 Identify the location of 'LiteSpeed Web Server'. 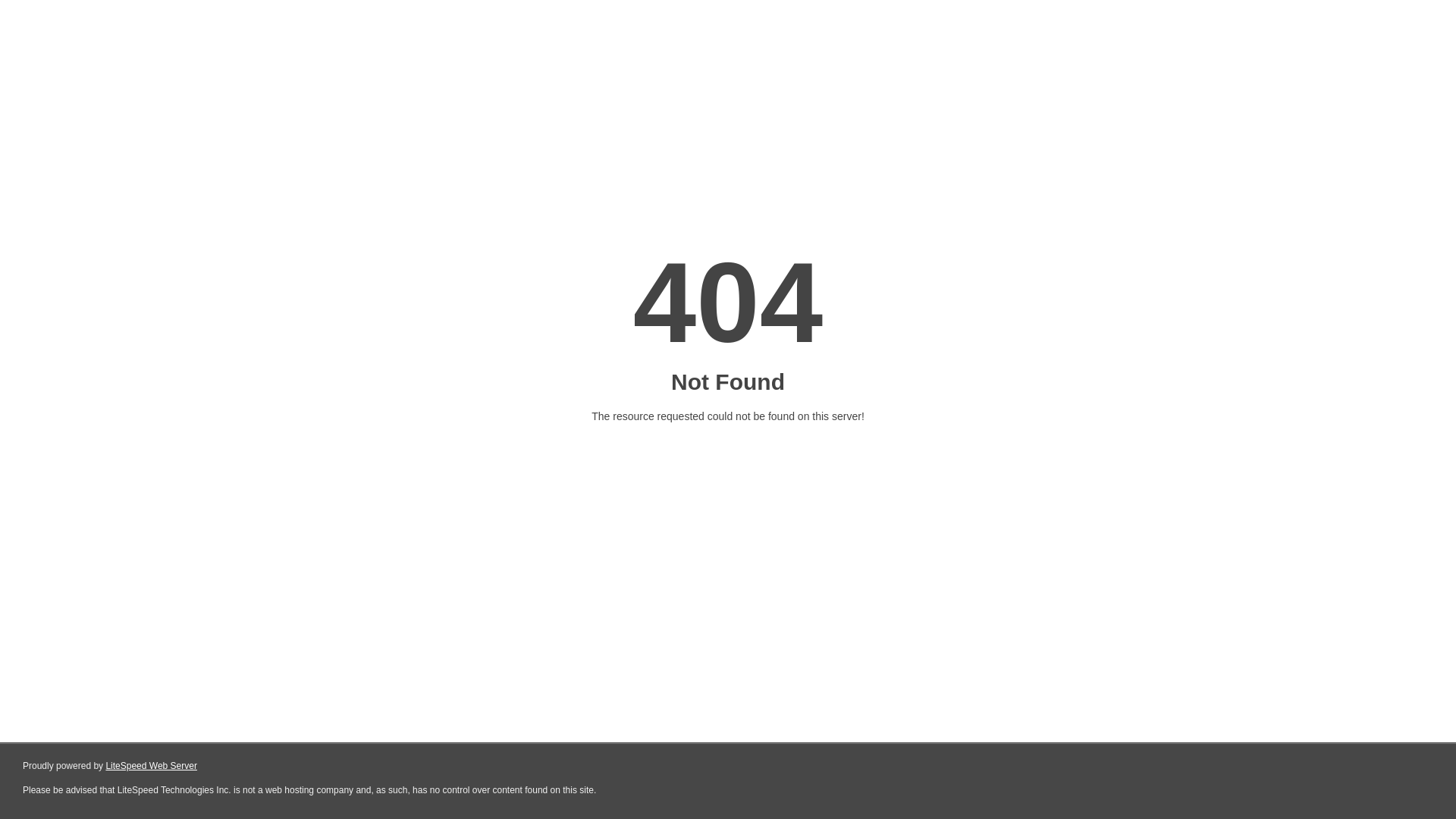
(151, 766).